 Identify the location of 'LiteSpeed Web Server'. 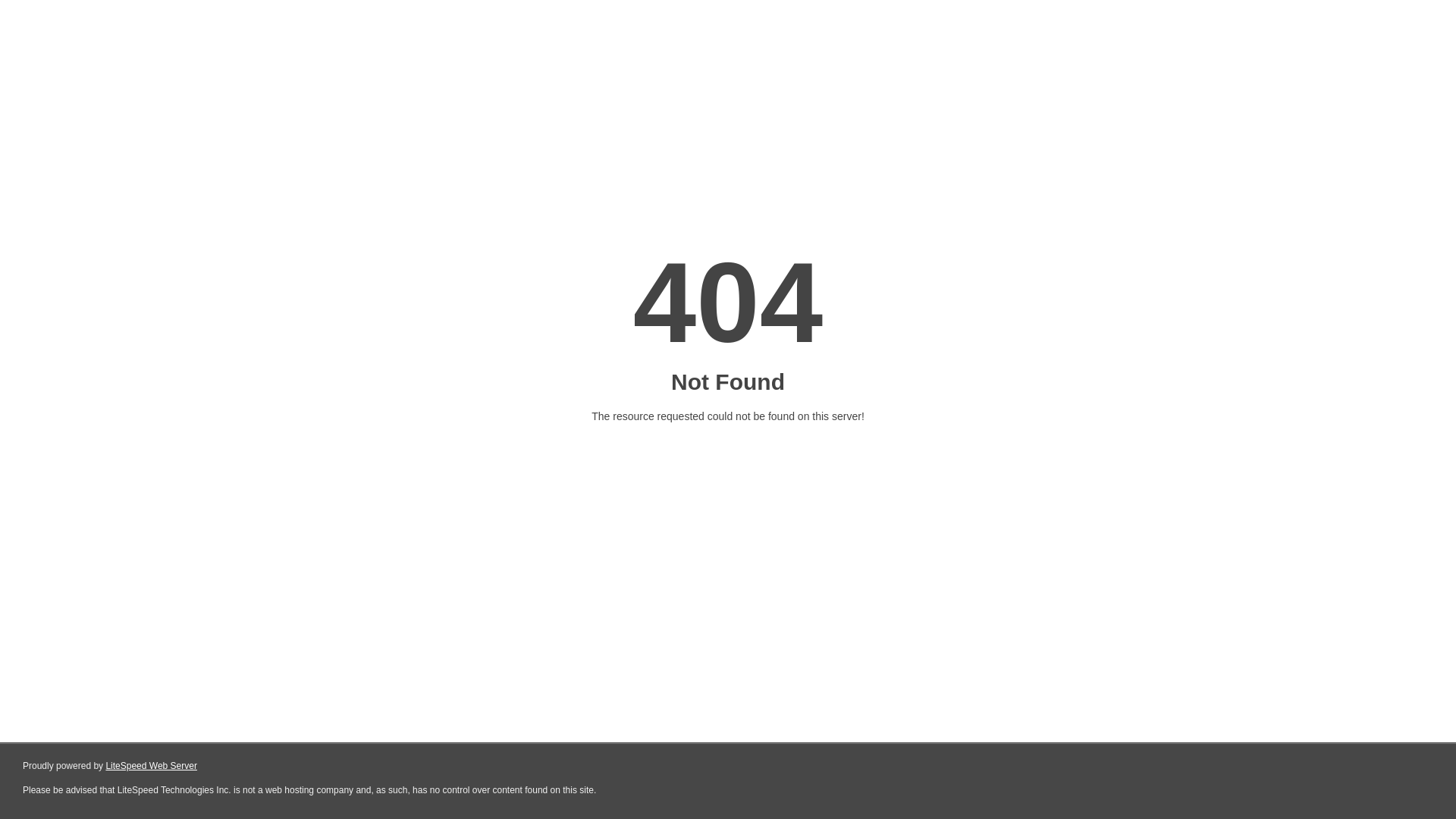
(151, 766).